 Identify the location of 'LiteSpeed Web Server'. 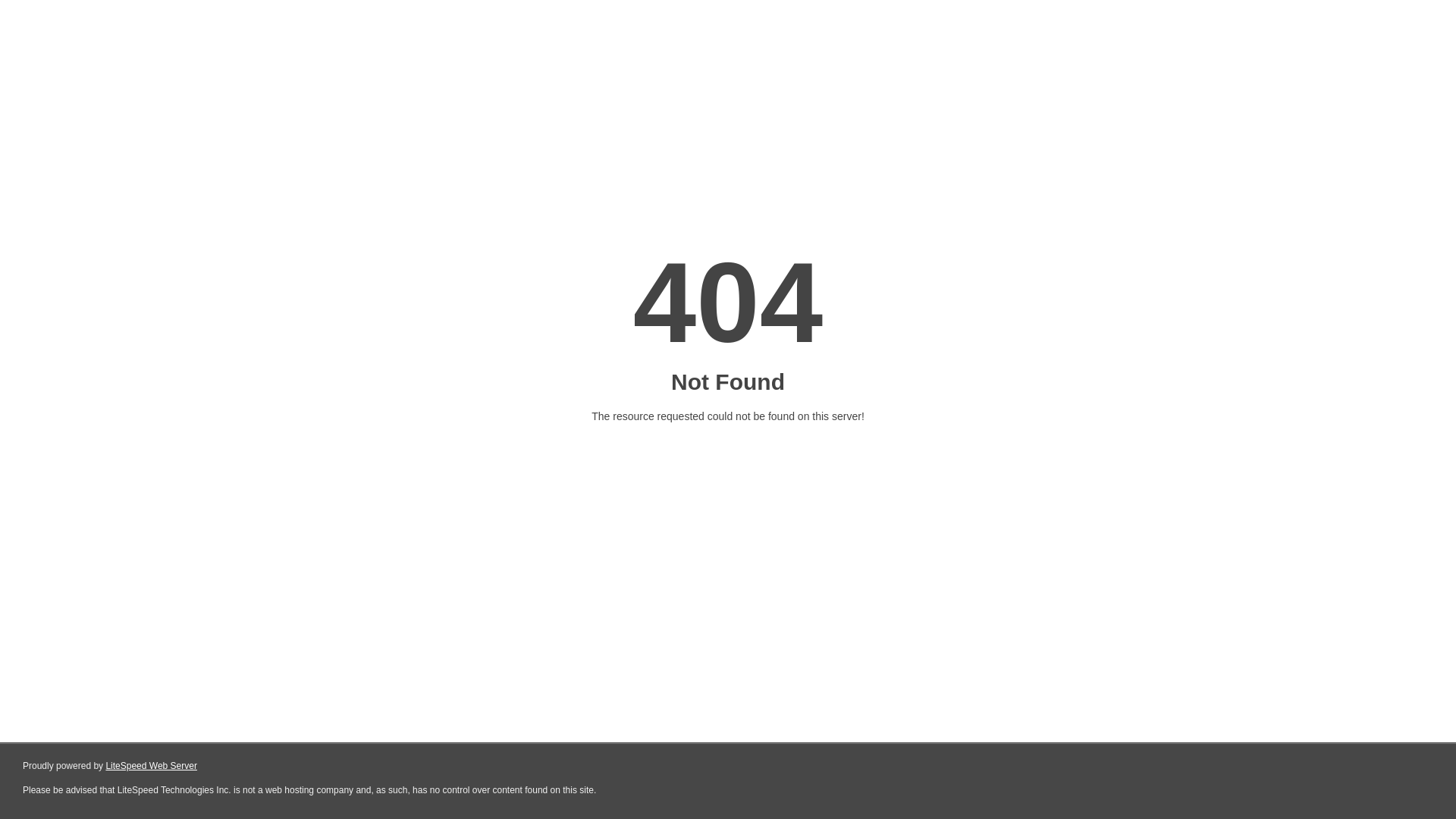
(151, 766).